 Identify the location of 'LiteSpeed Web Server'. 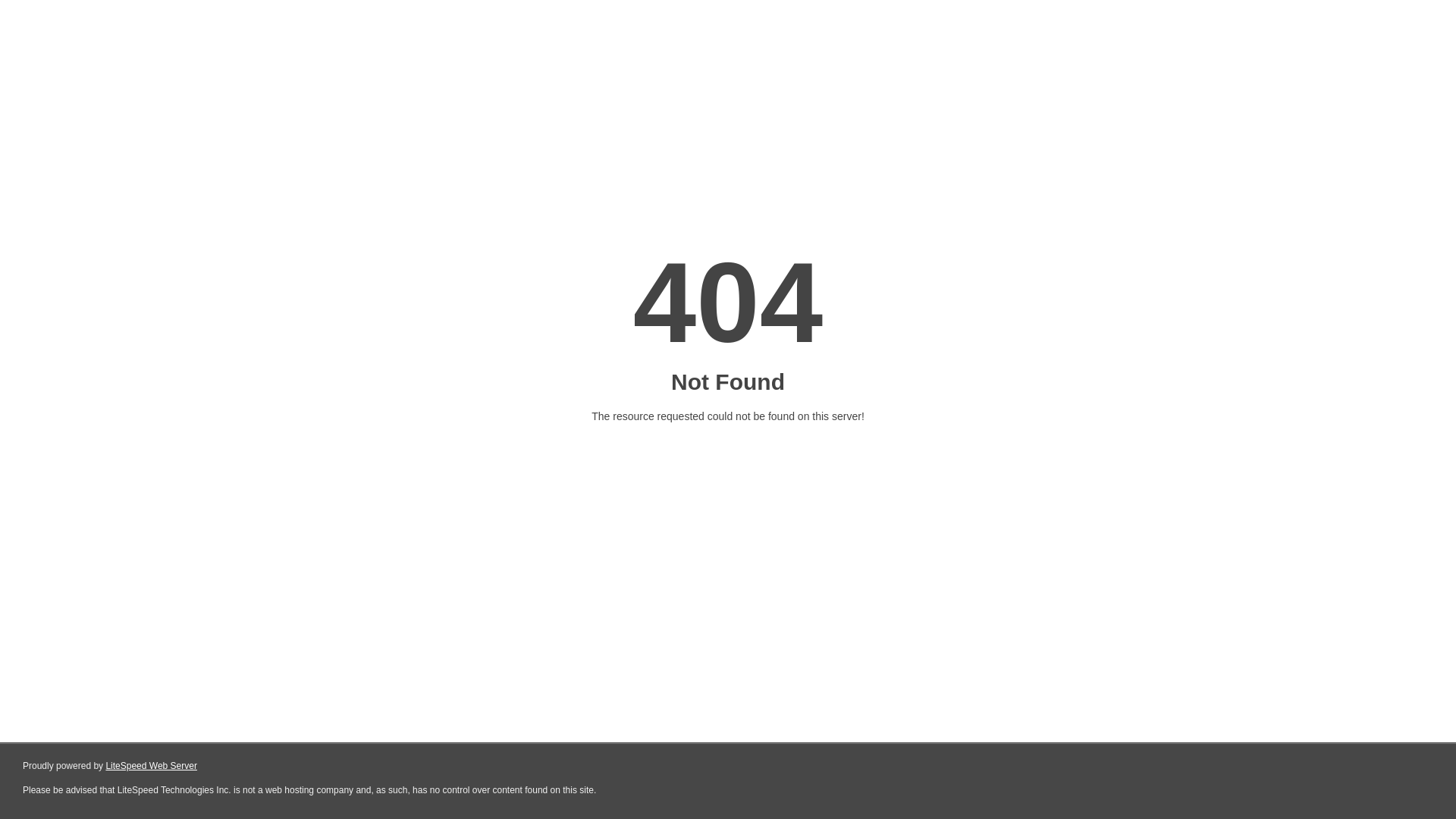
(151, 766).